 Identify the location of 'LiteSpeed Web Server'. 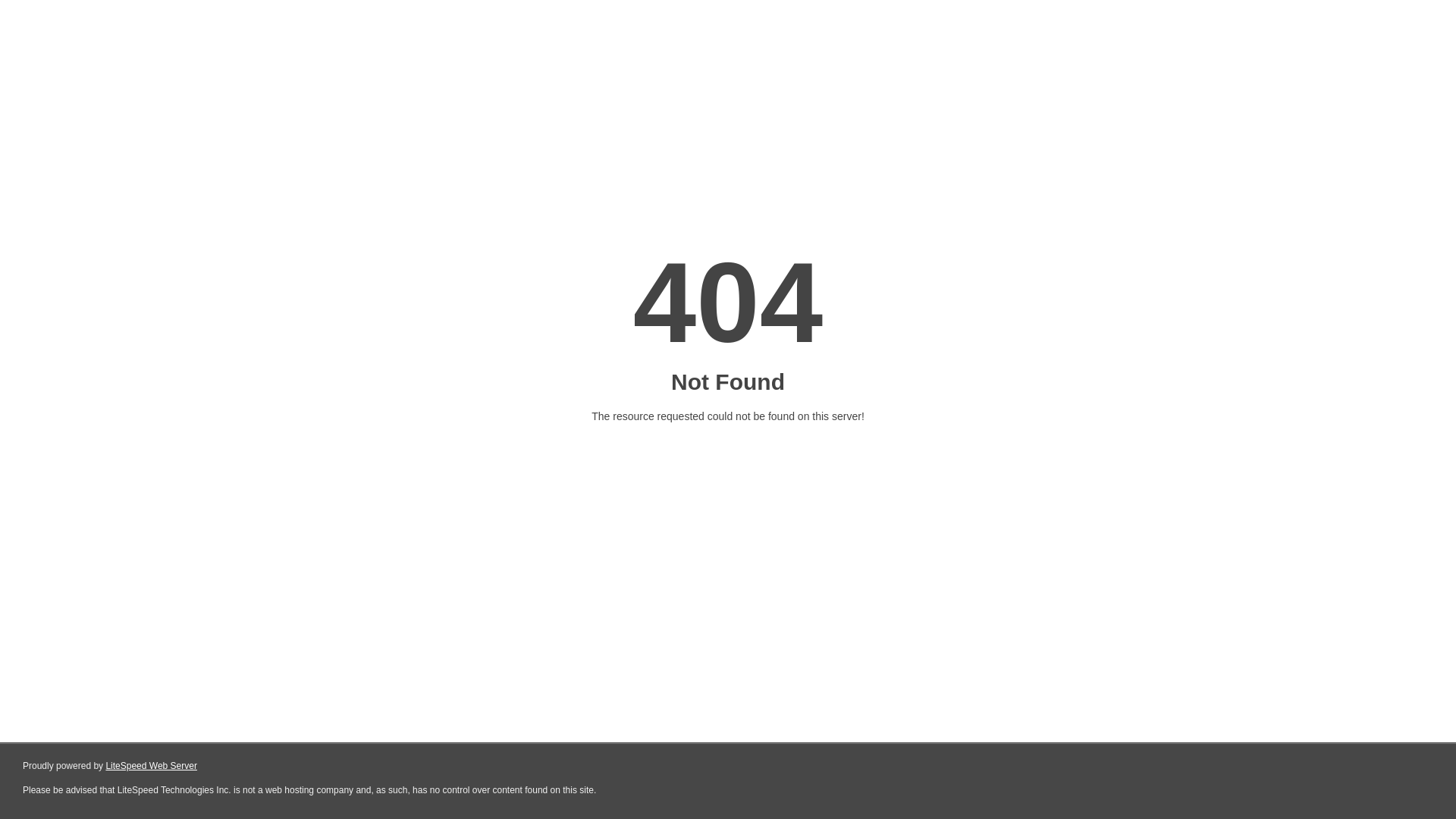
(151, 766).